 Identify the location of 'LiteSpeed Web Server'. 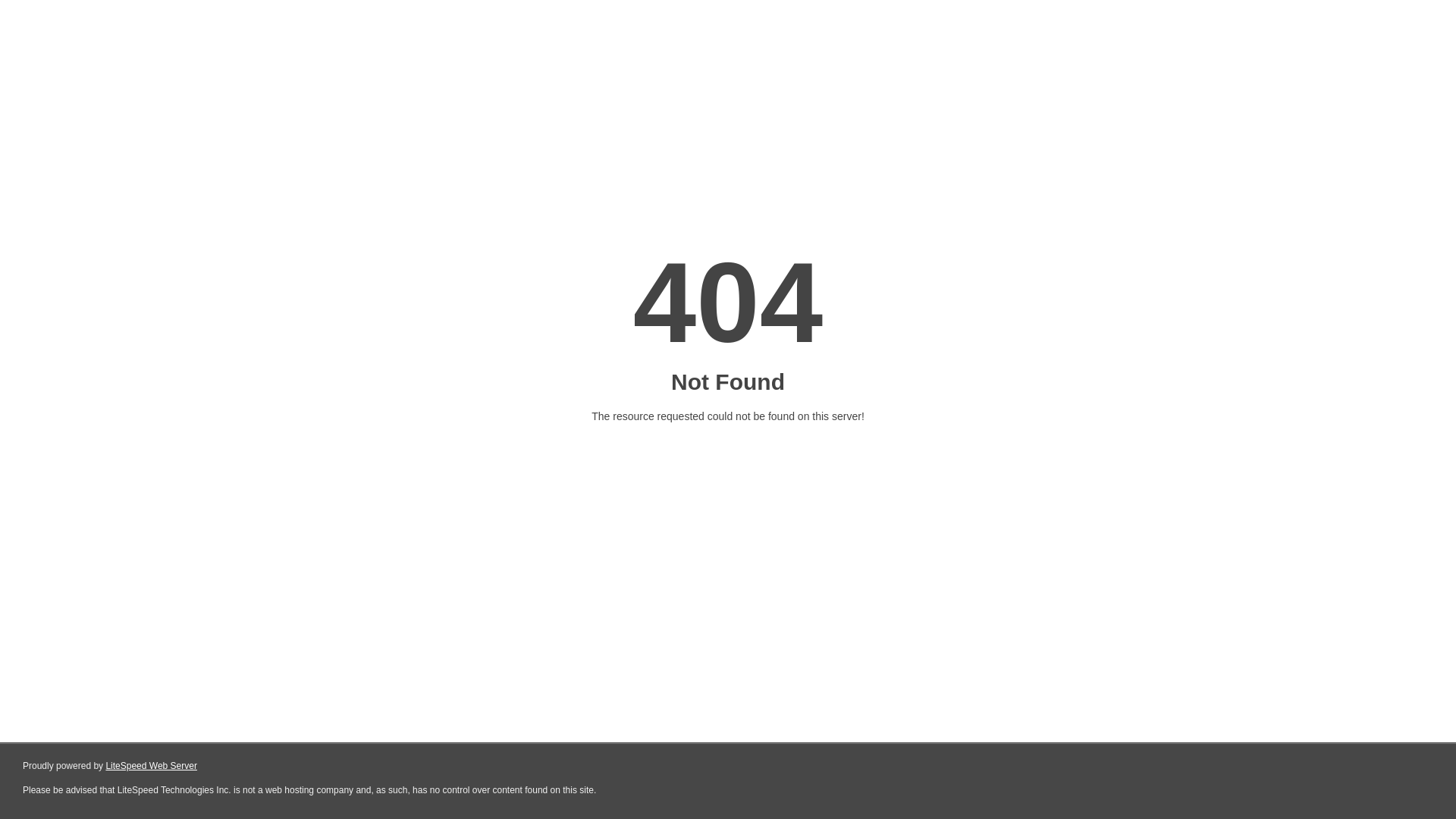
(151, 766).